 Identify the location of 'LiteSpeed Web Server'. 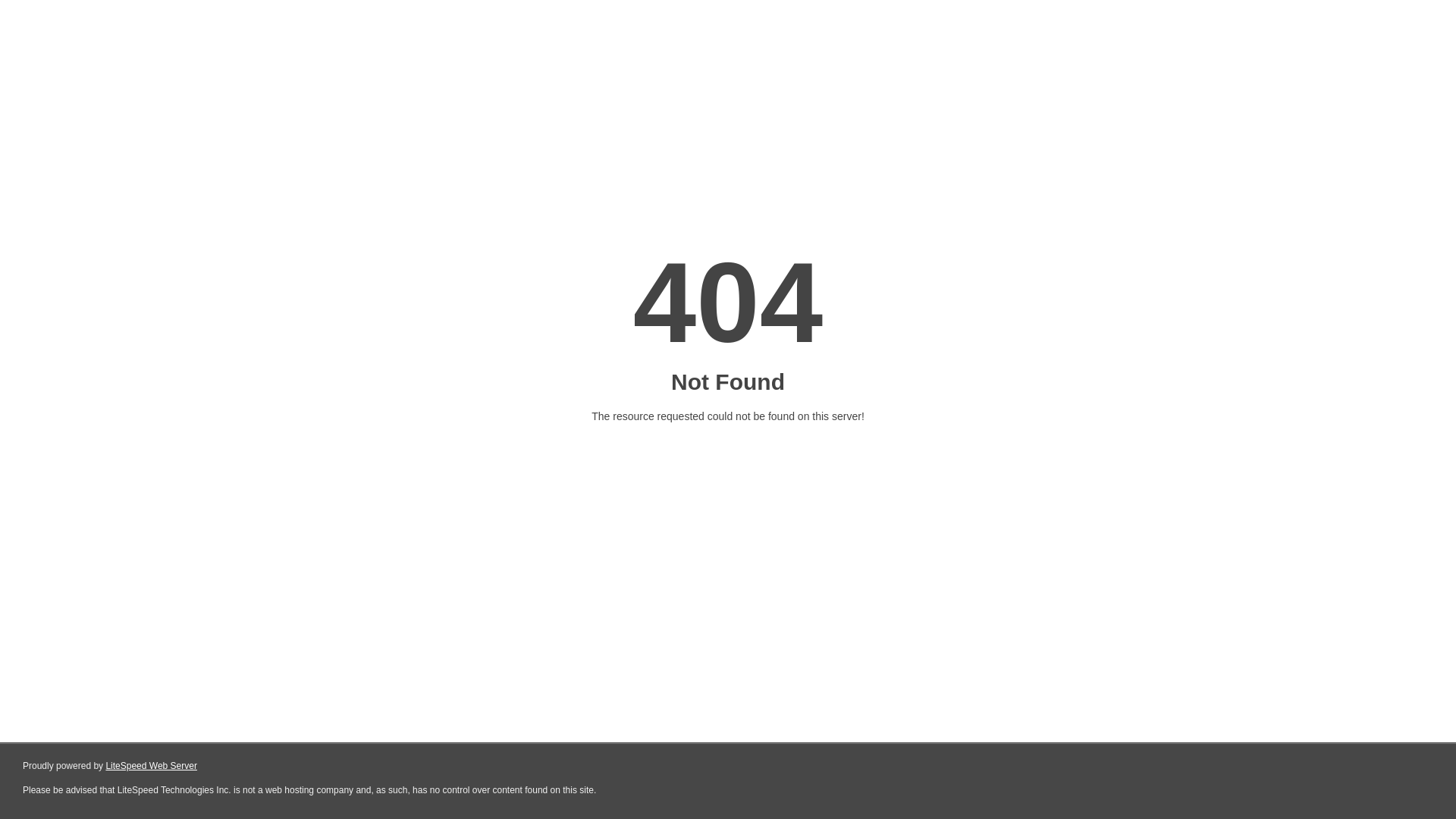
(151, 766).